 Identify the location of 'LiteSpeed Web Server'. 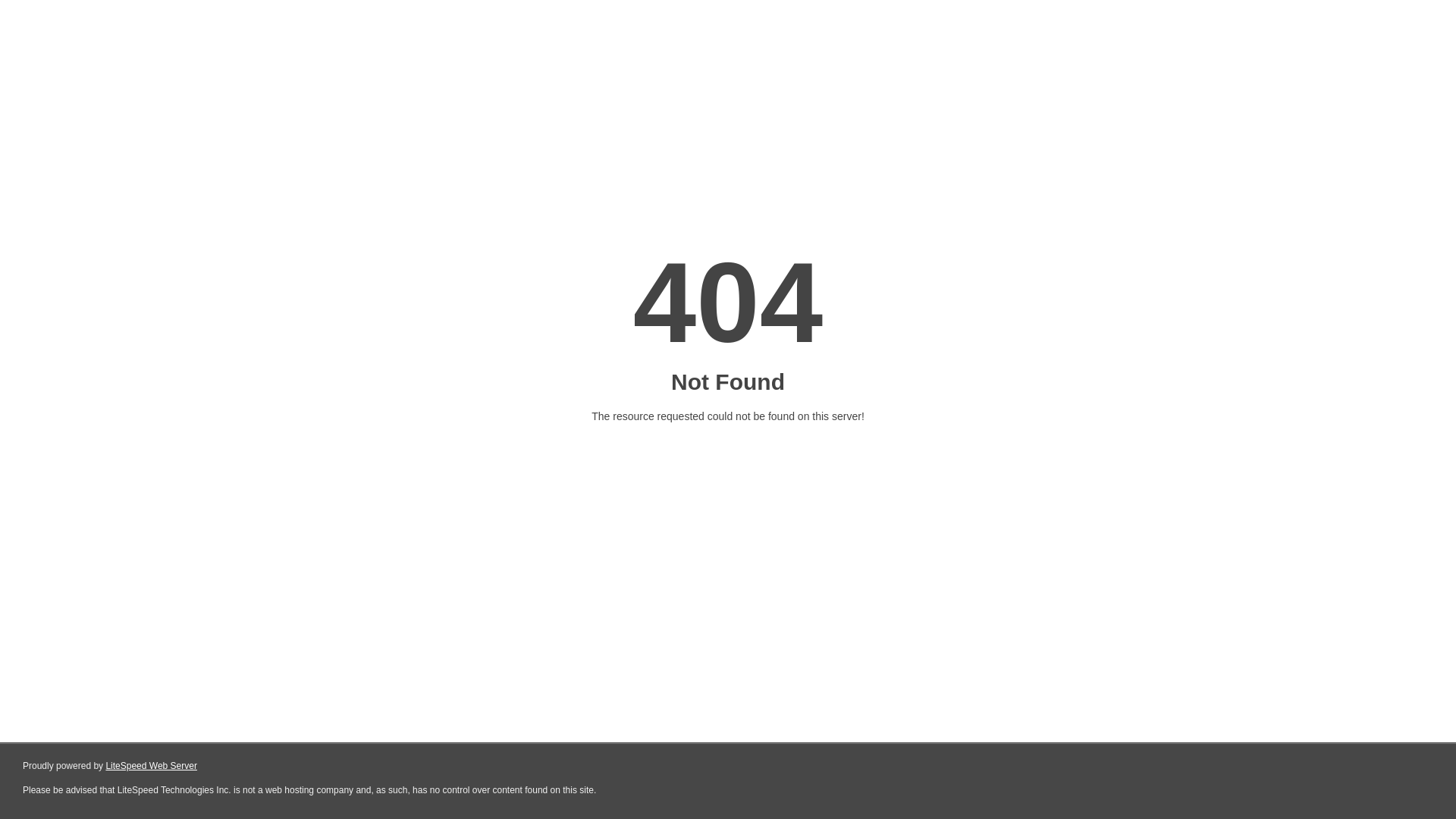
(151, 766).